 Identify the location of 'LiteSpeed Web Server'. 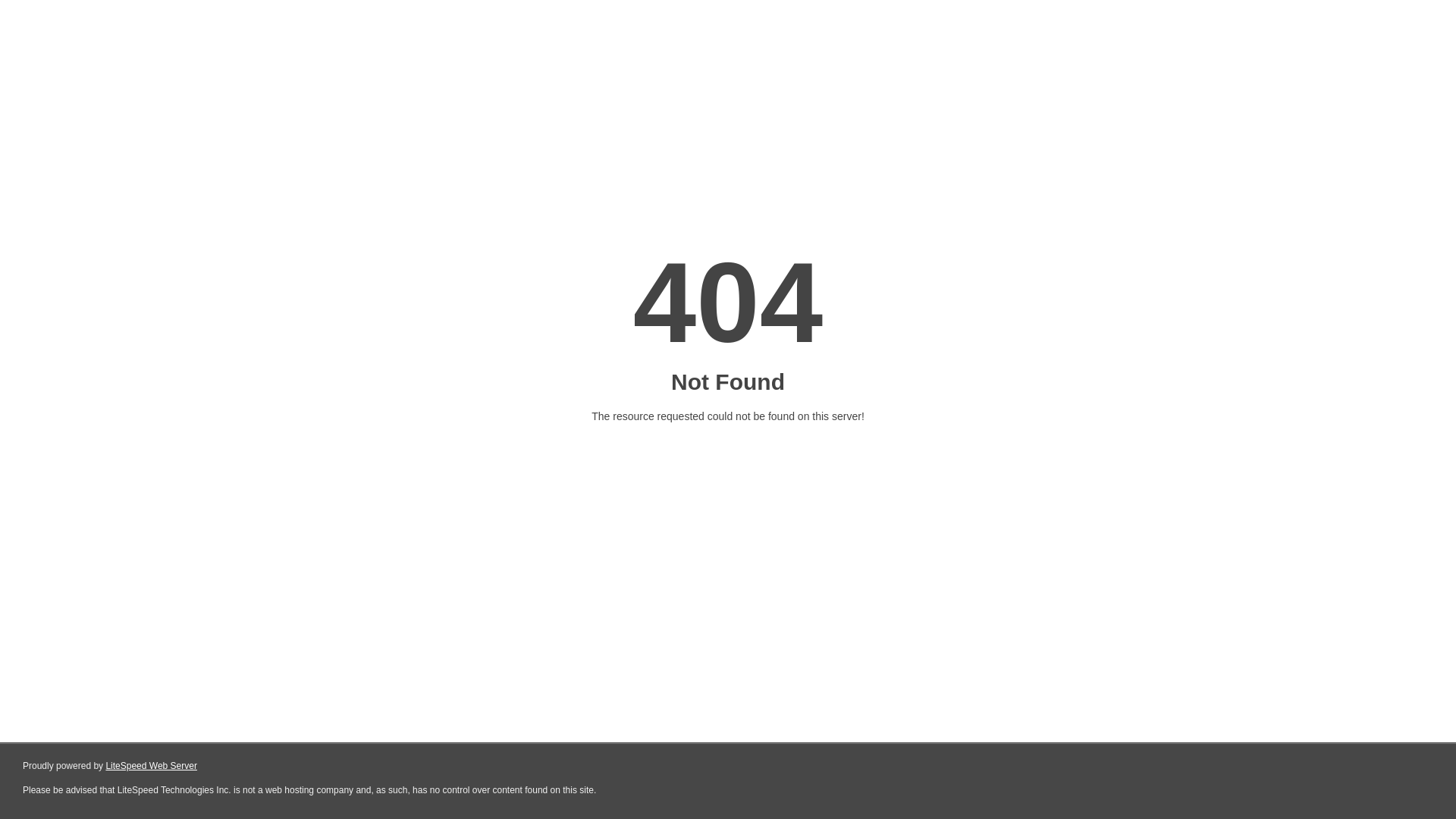
(151, 766).